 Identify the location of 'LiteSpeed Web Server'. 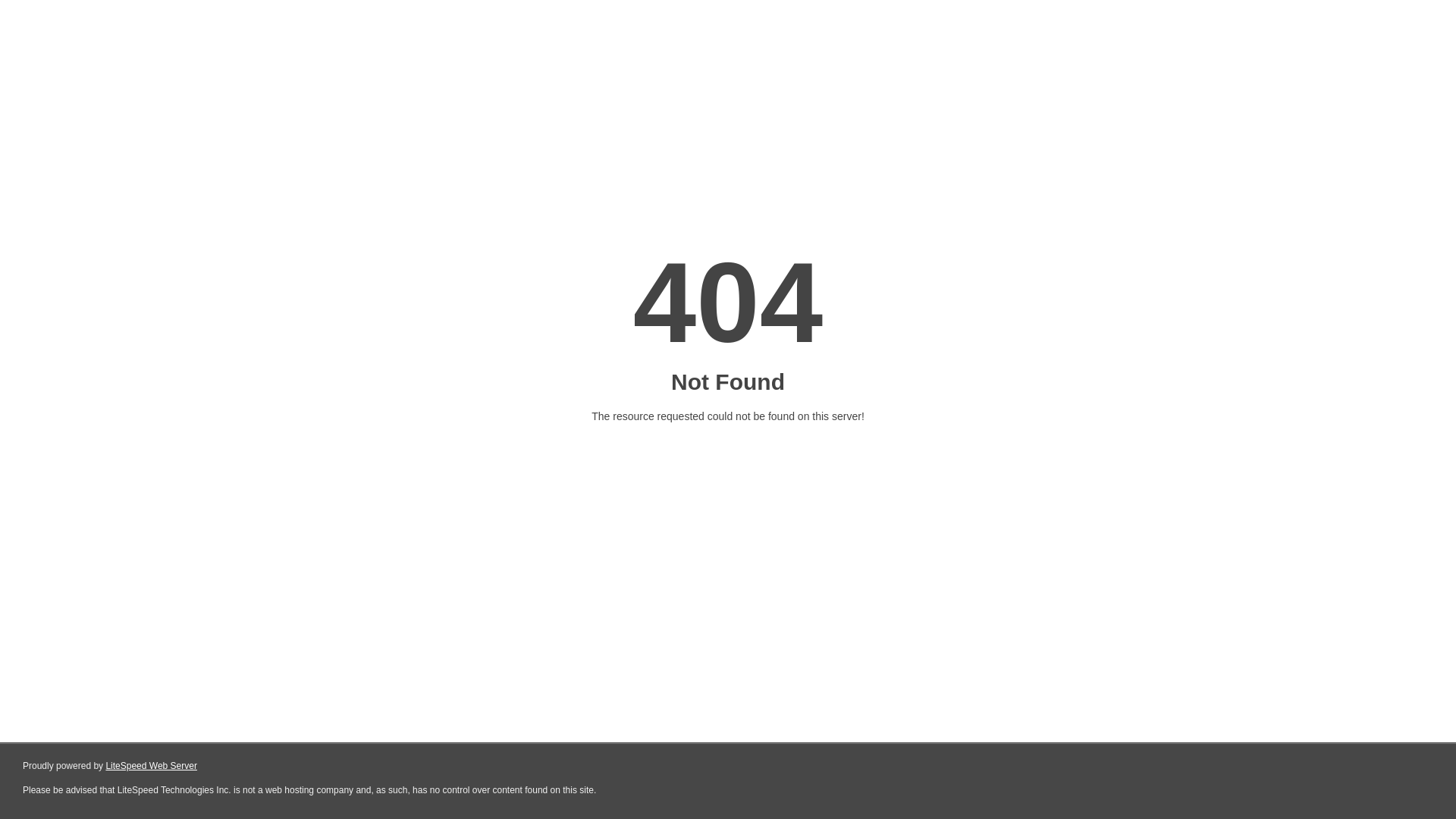
(151, 766).